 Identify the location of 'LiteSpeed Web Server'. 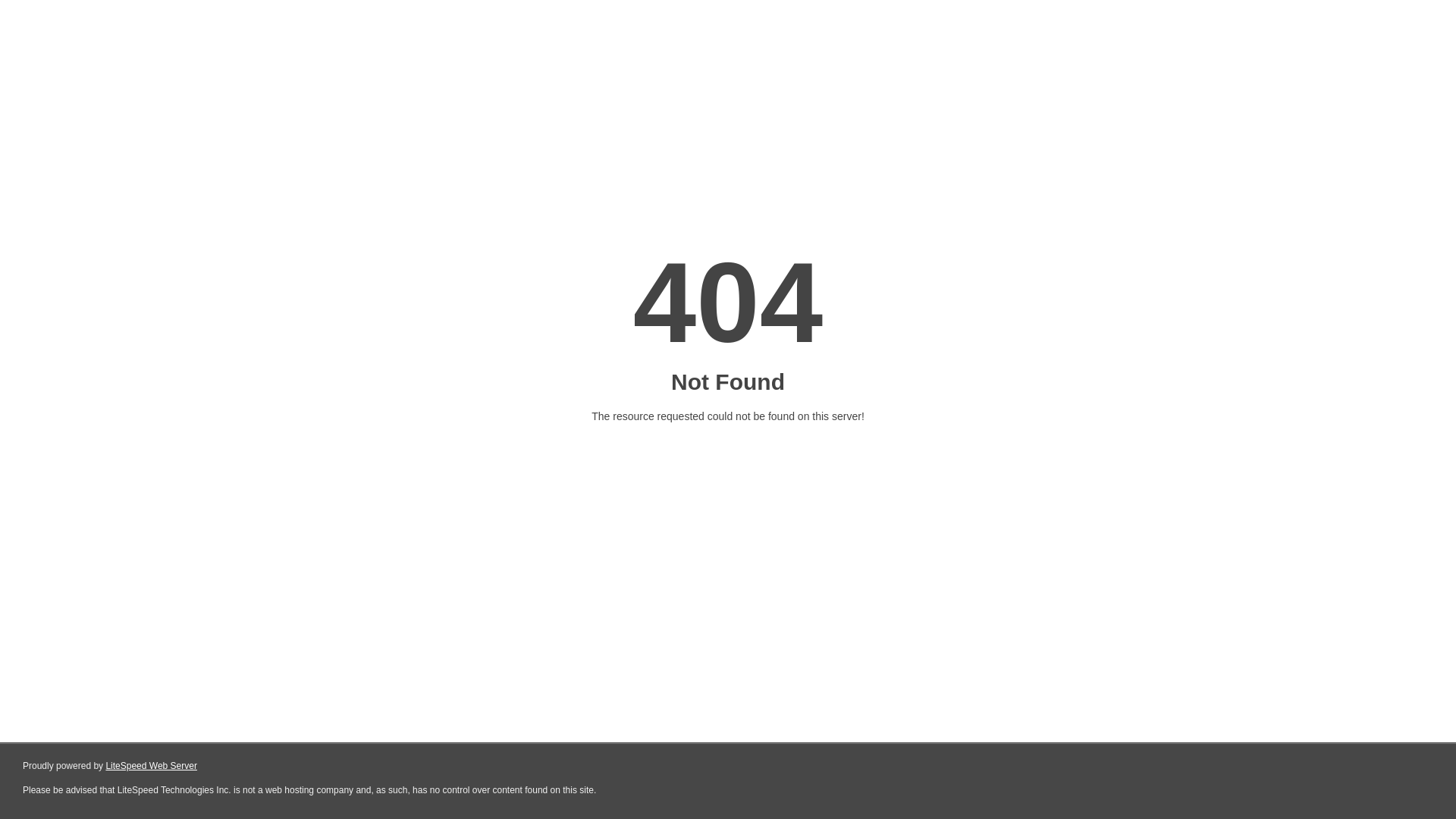
(151, 766).